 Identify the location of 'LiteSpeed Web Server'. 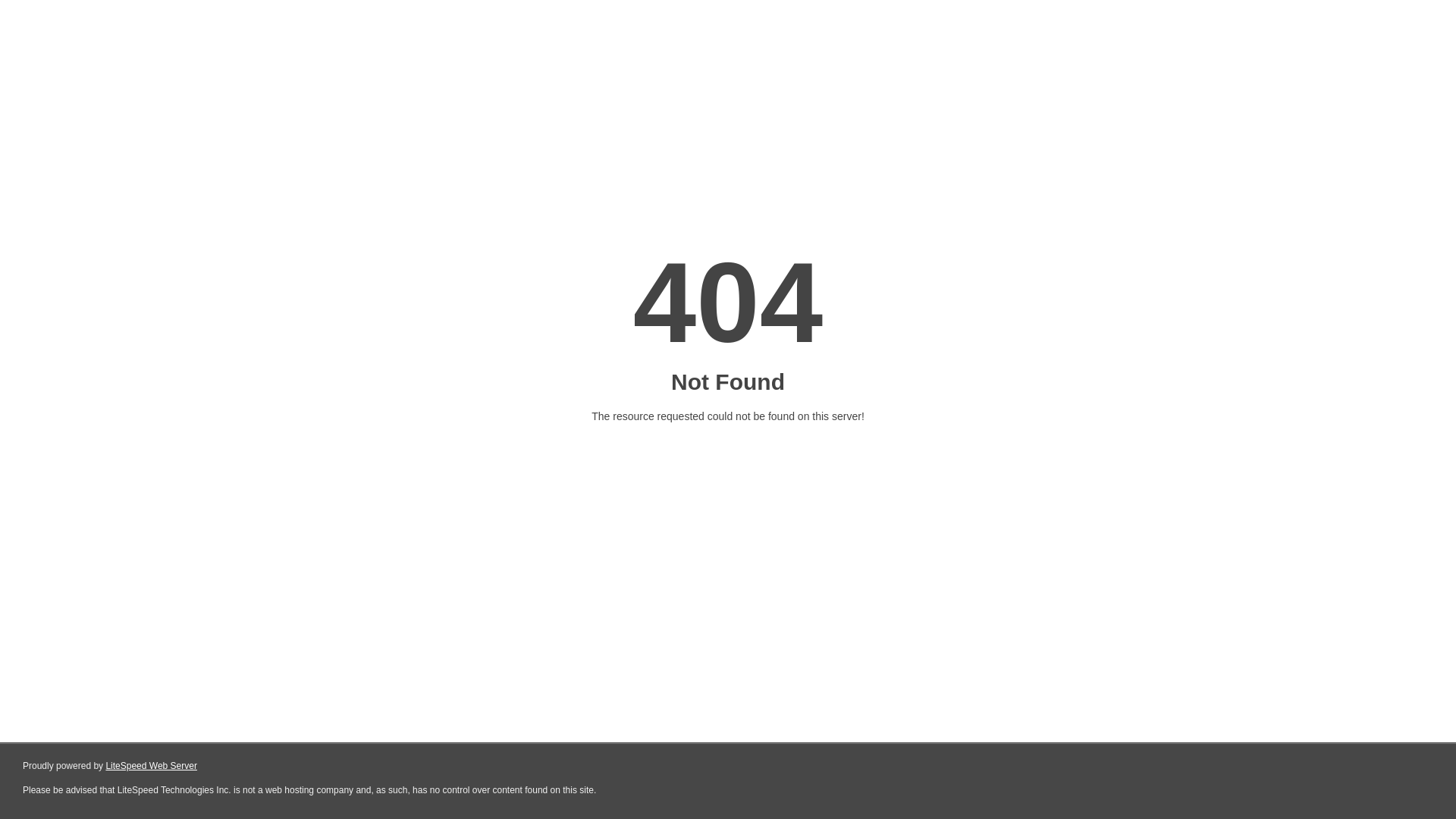
(151, 766).